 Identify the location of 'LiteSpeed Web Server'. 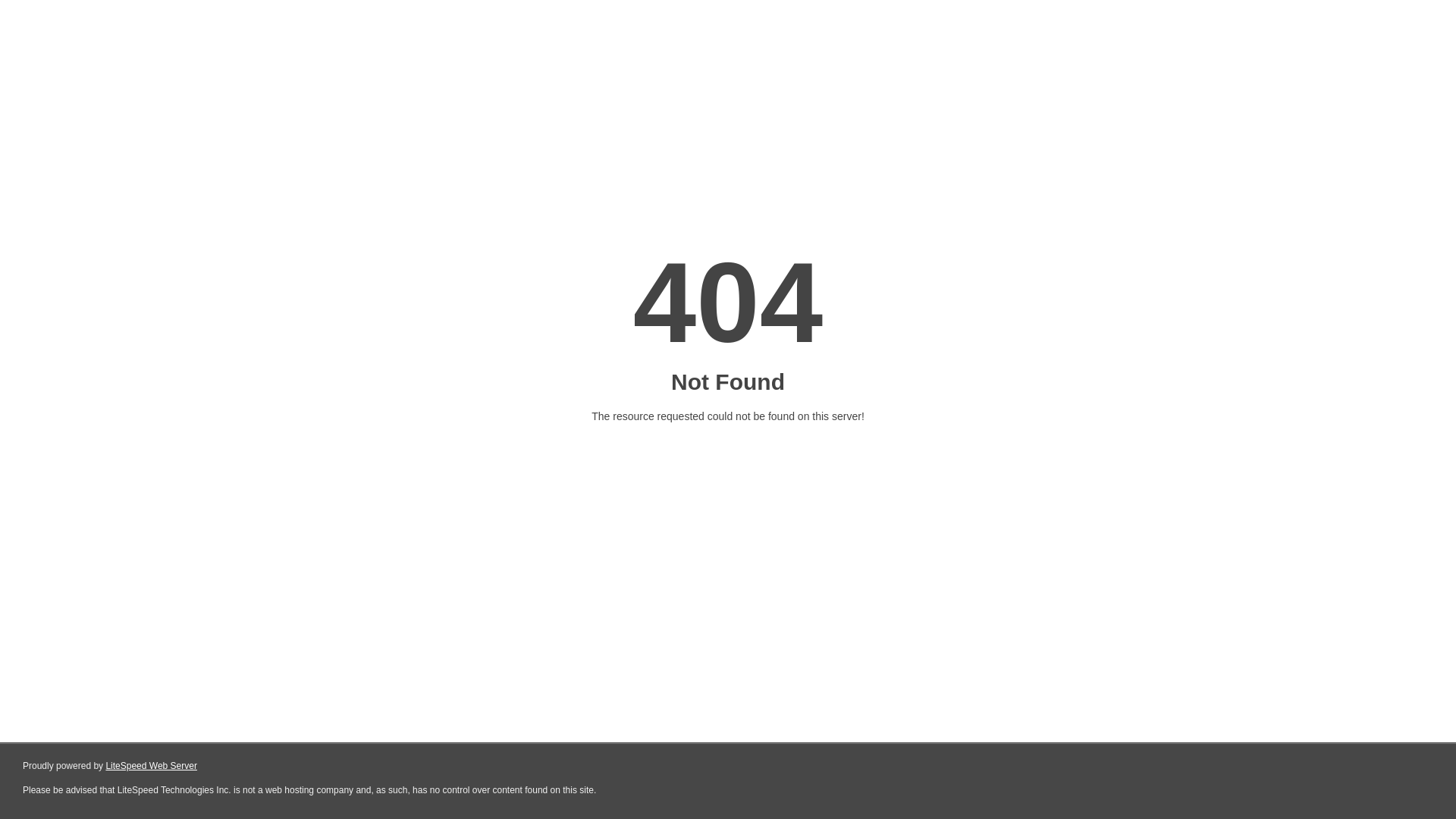
(151, 766).